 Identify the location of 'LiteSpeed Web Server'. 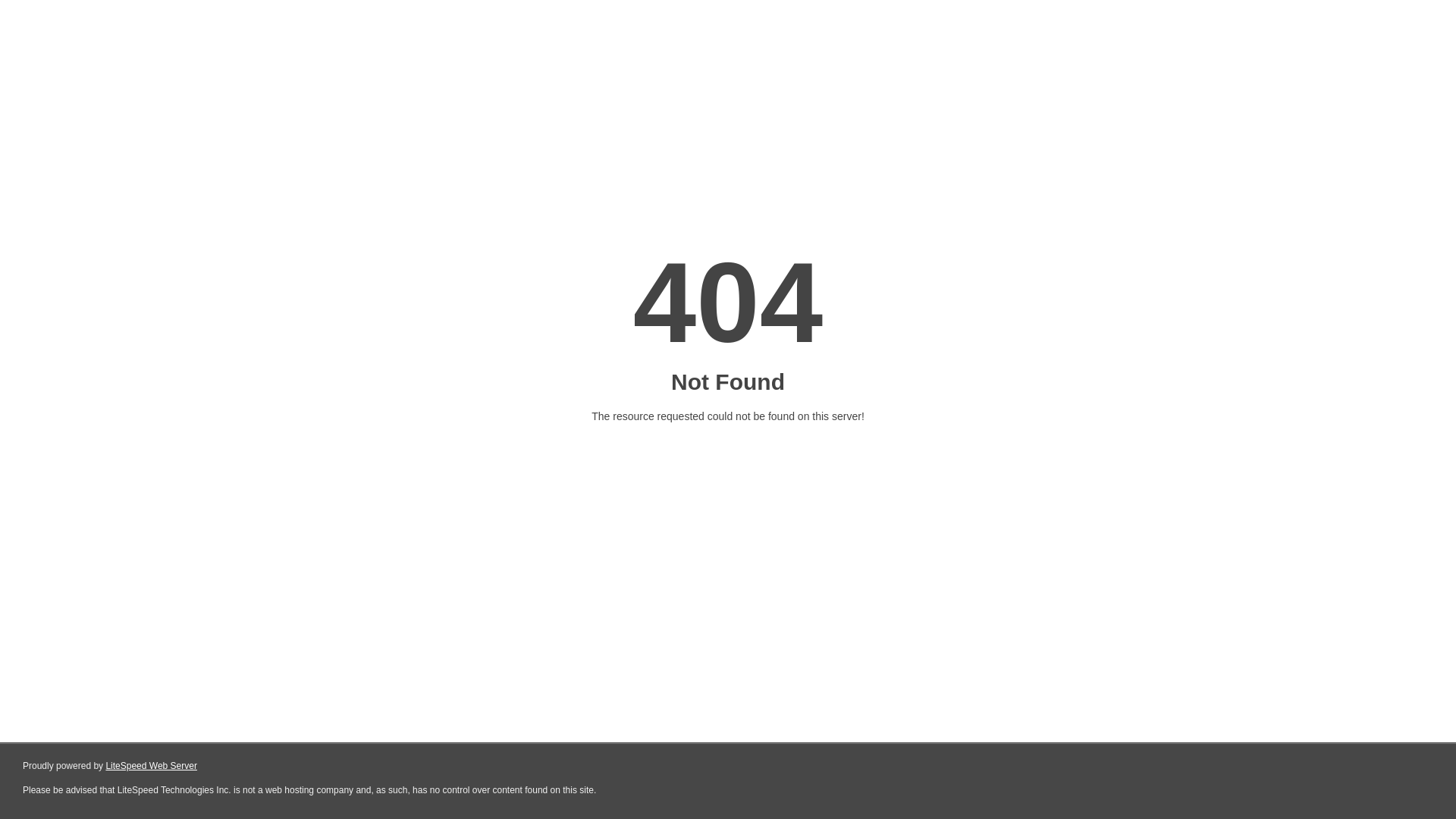
(151, 766).